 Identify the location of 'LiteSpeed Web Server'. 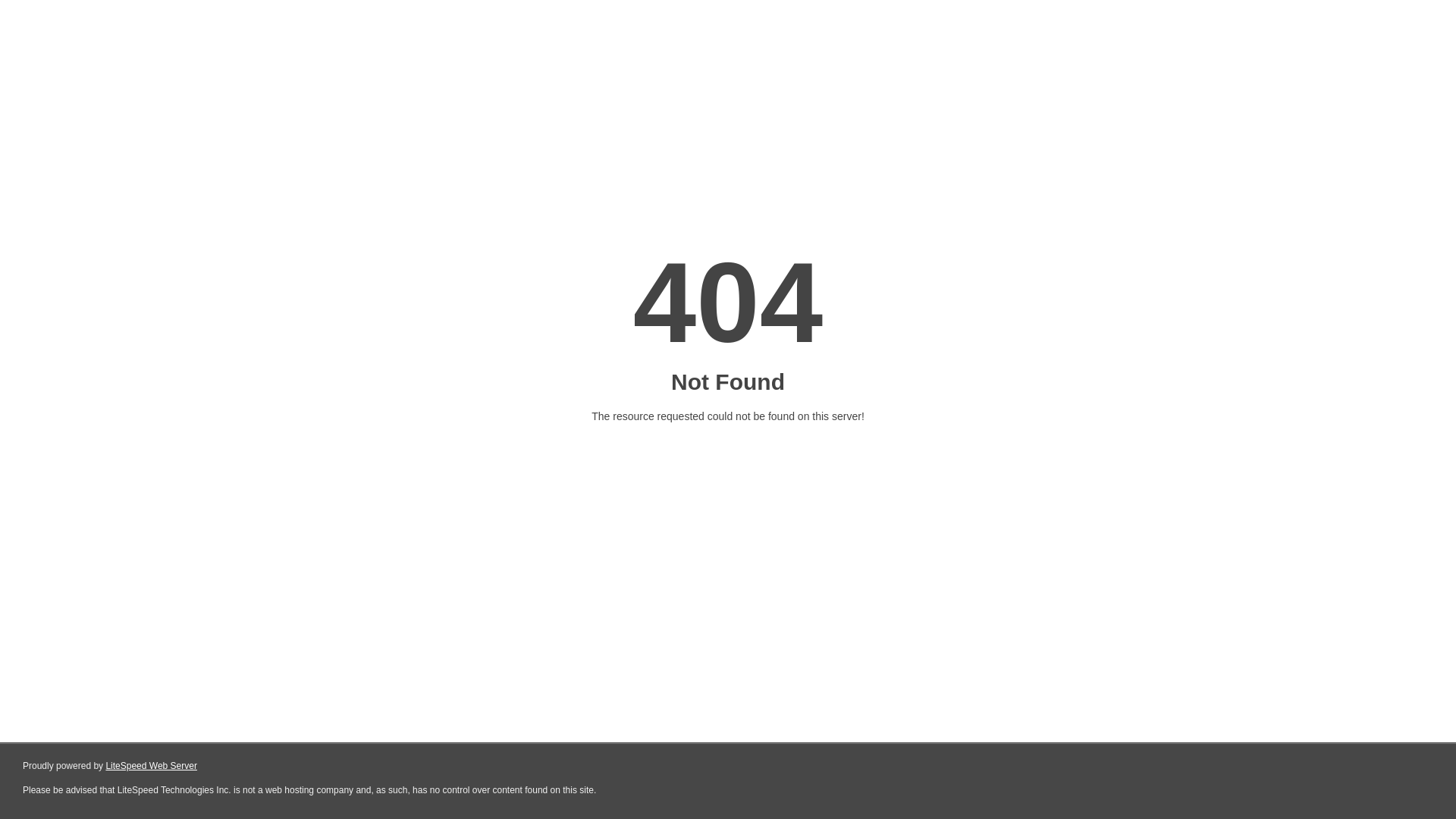
(151, 766).